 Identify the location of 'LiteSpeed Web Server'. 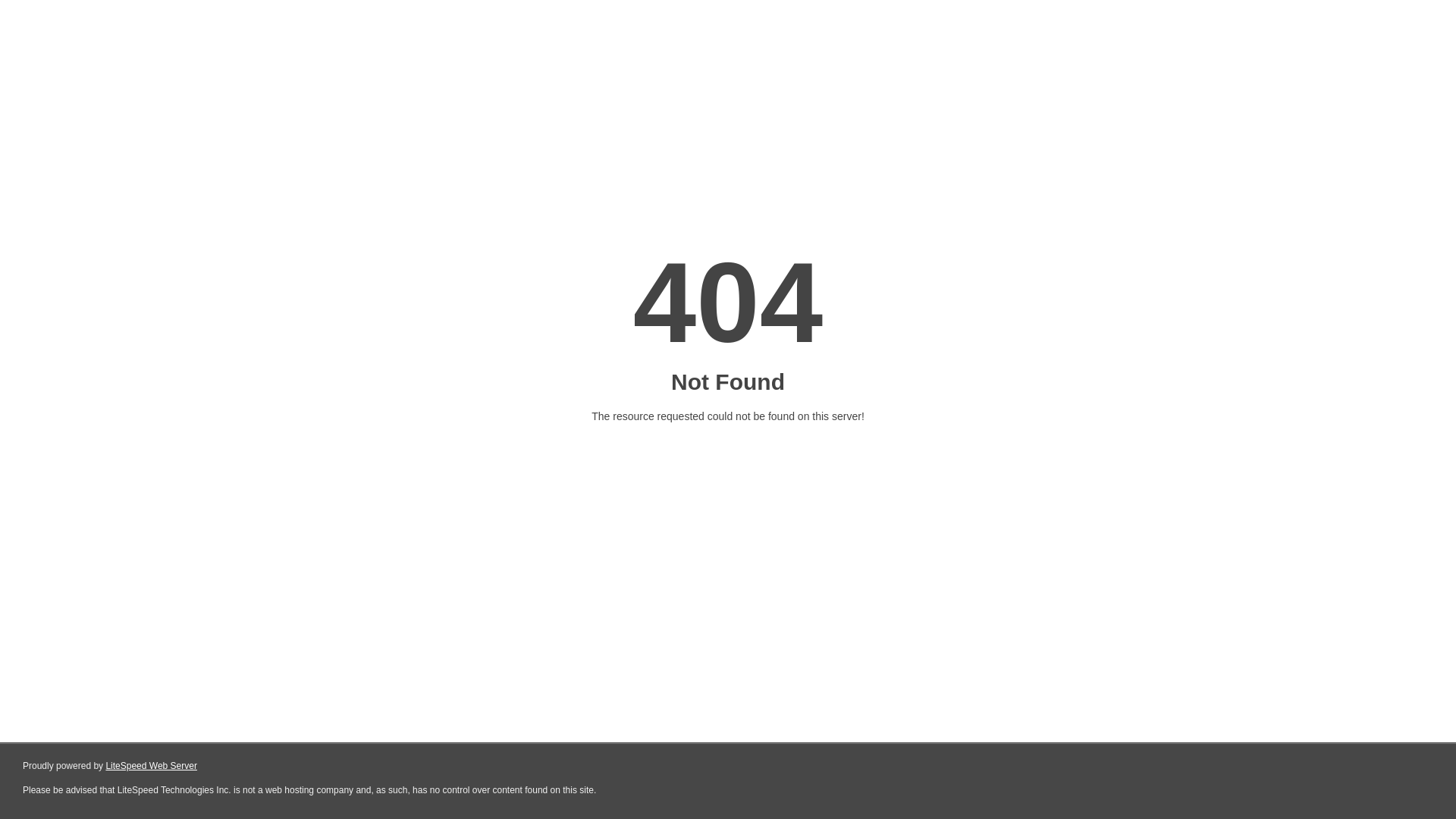
(151, 766).